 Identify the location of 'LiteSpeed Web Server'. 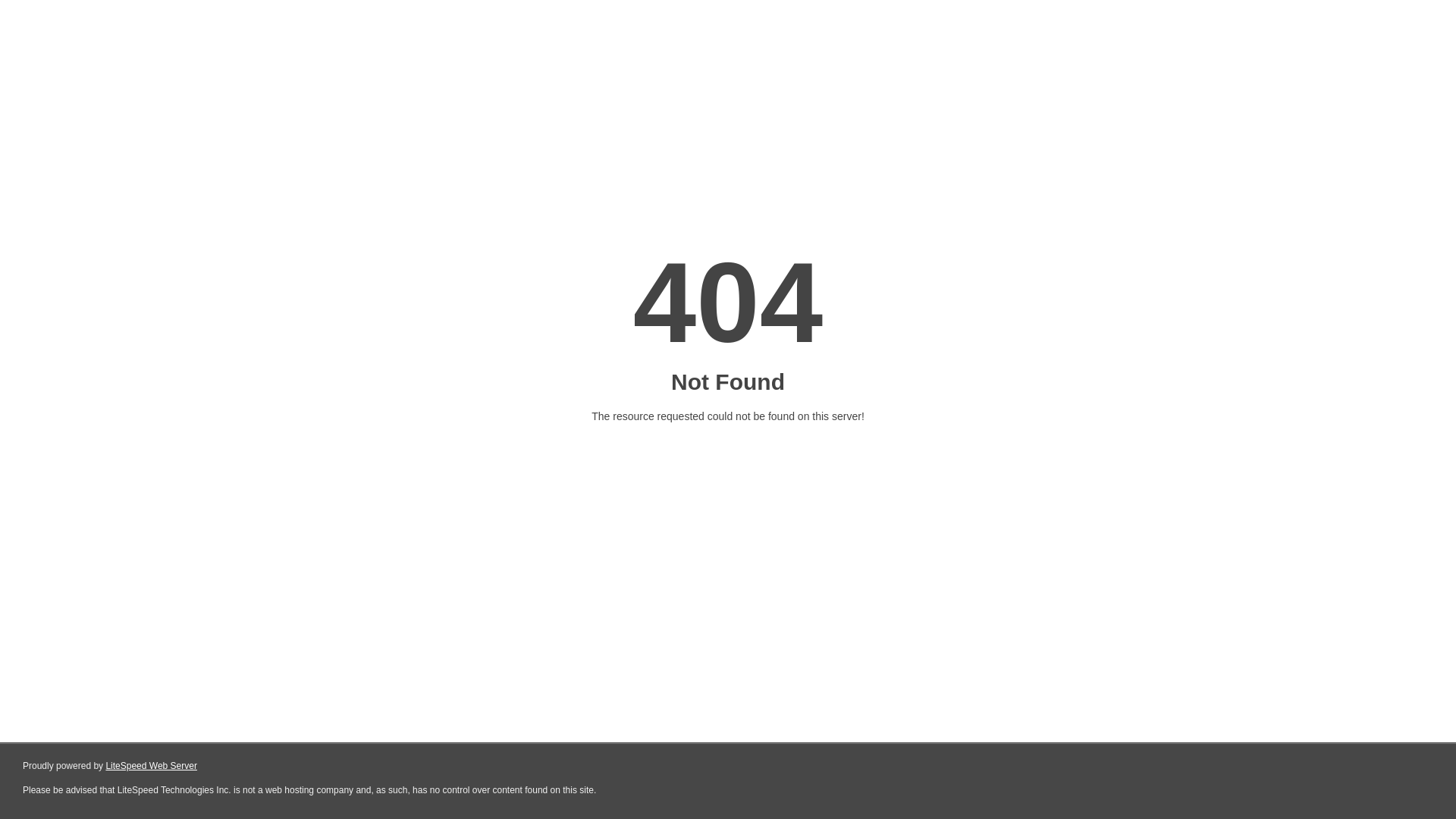
(151, 766).